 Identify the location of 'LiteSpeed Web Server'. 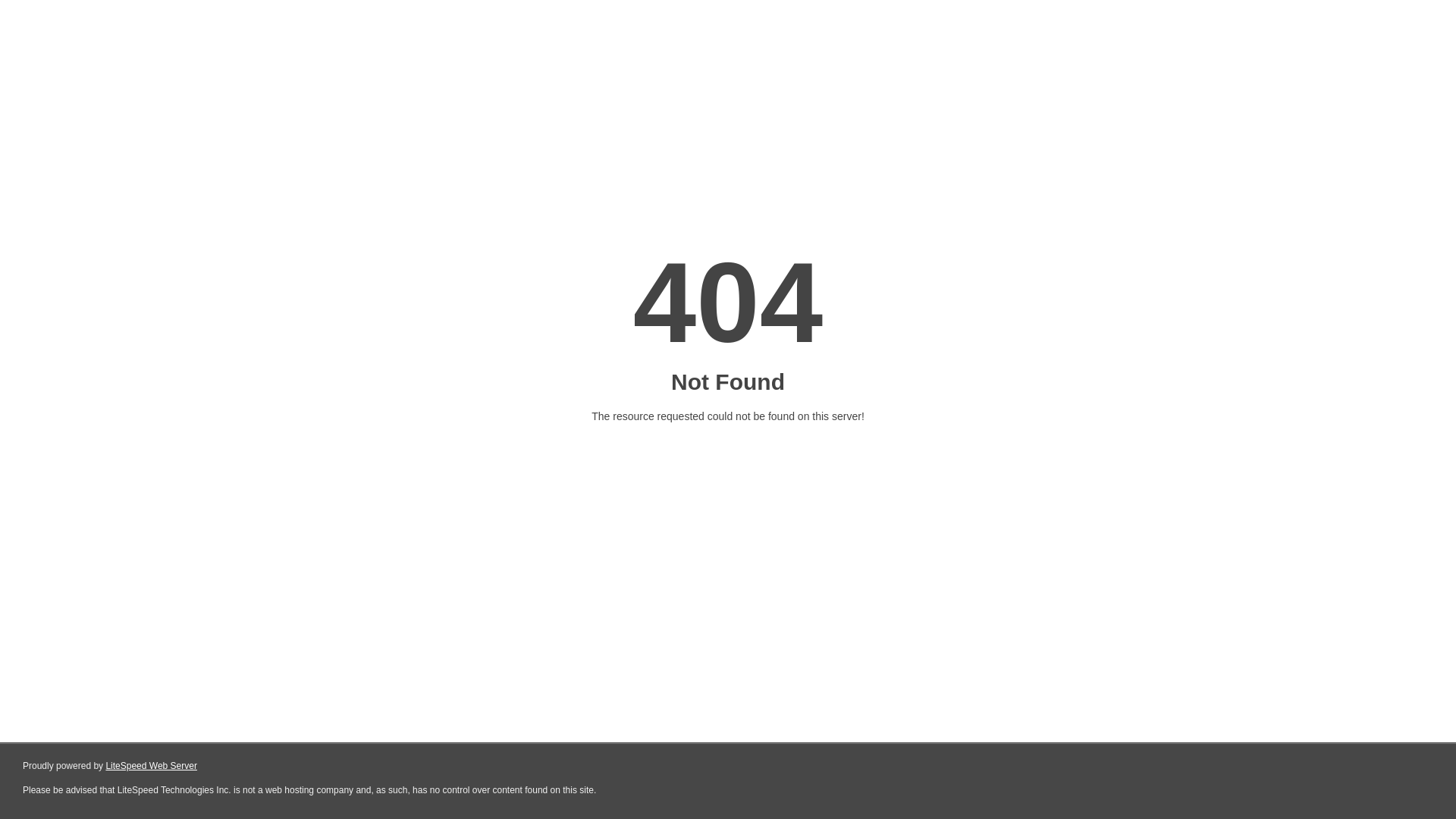
(151, 766).